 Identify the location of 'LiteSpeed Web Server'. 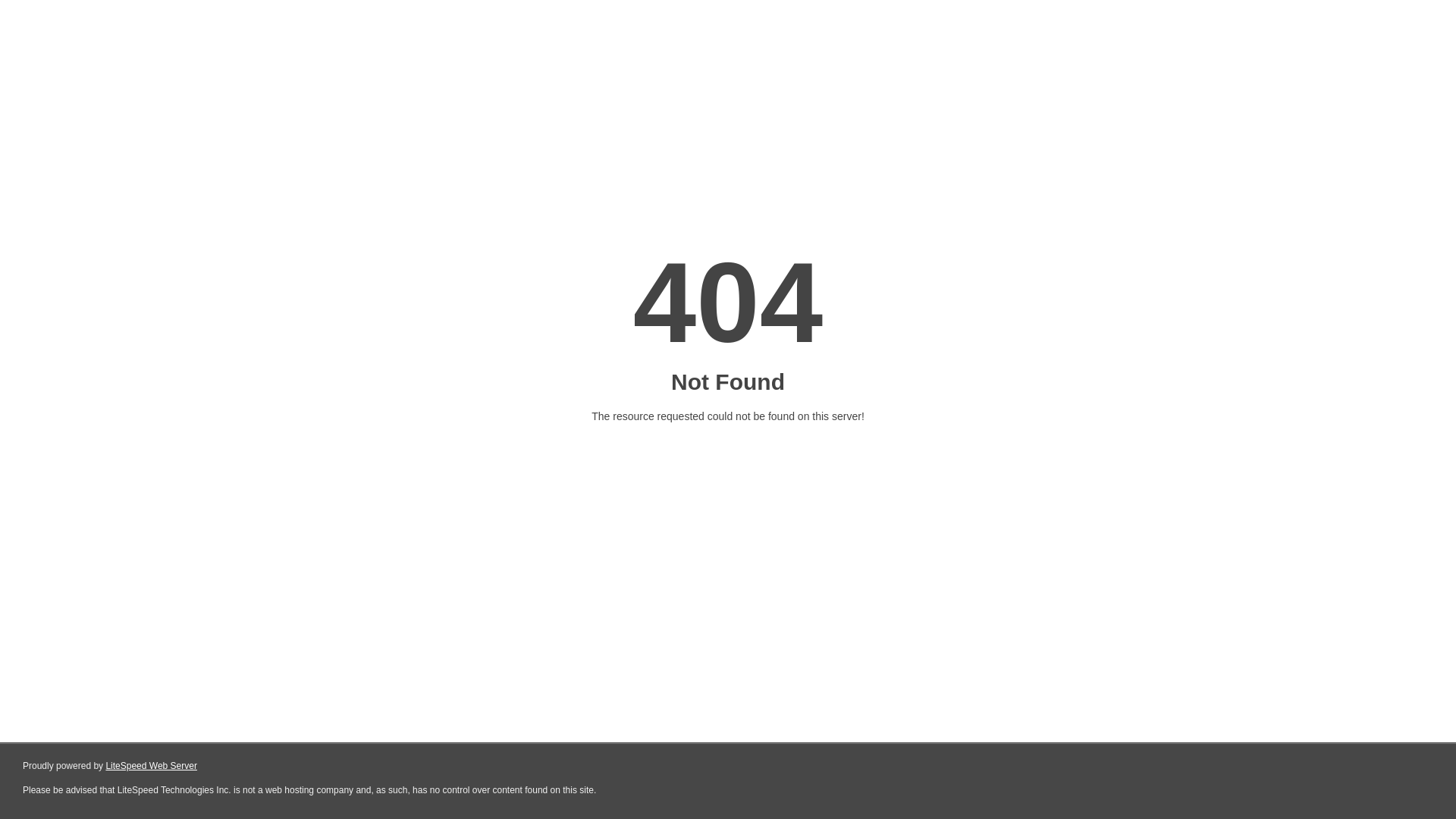
(151, 766).